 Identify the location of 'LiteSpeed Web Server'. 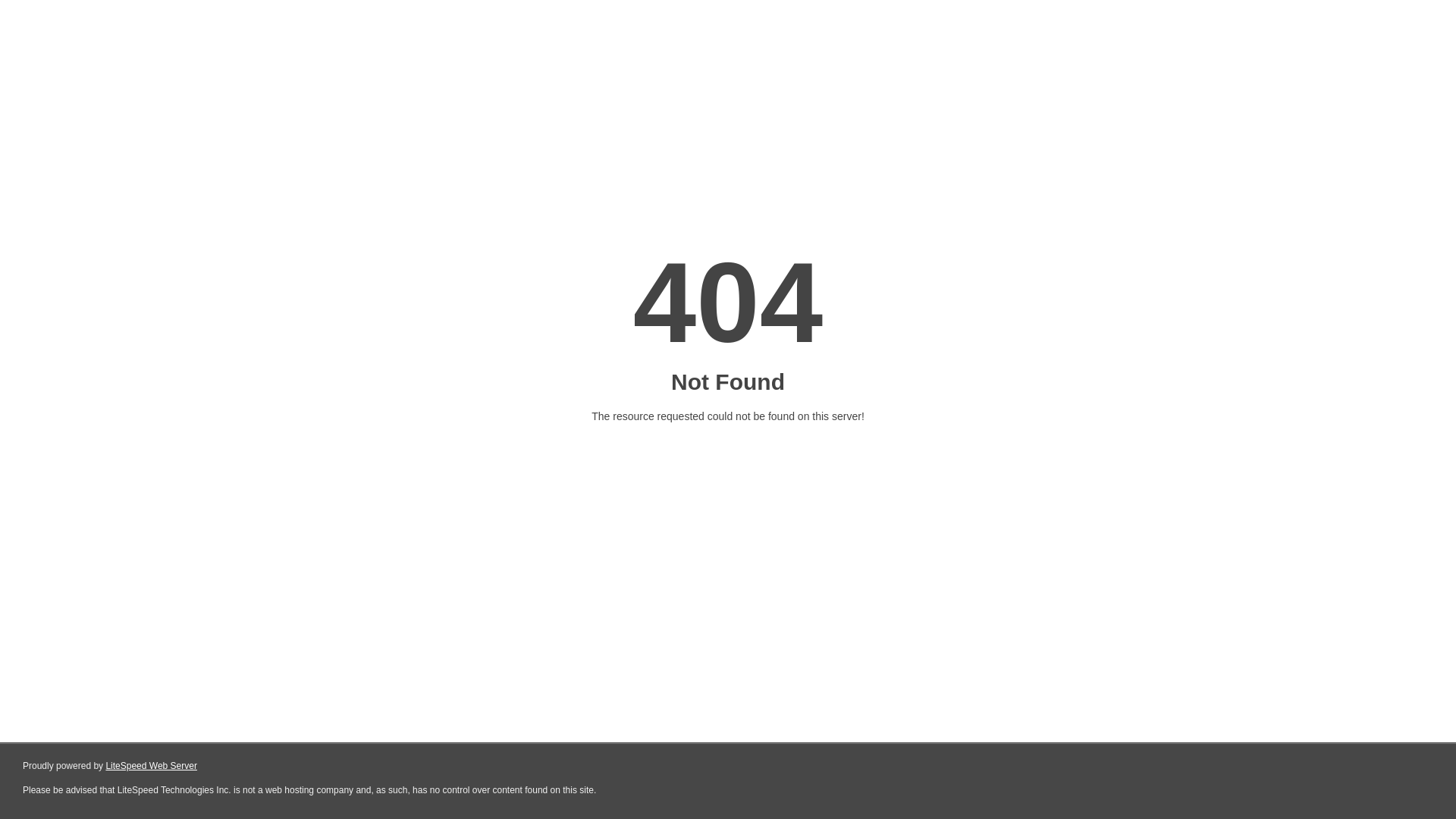
(151, 766).